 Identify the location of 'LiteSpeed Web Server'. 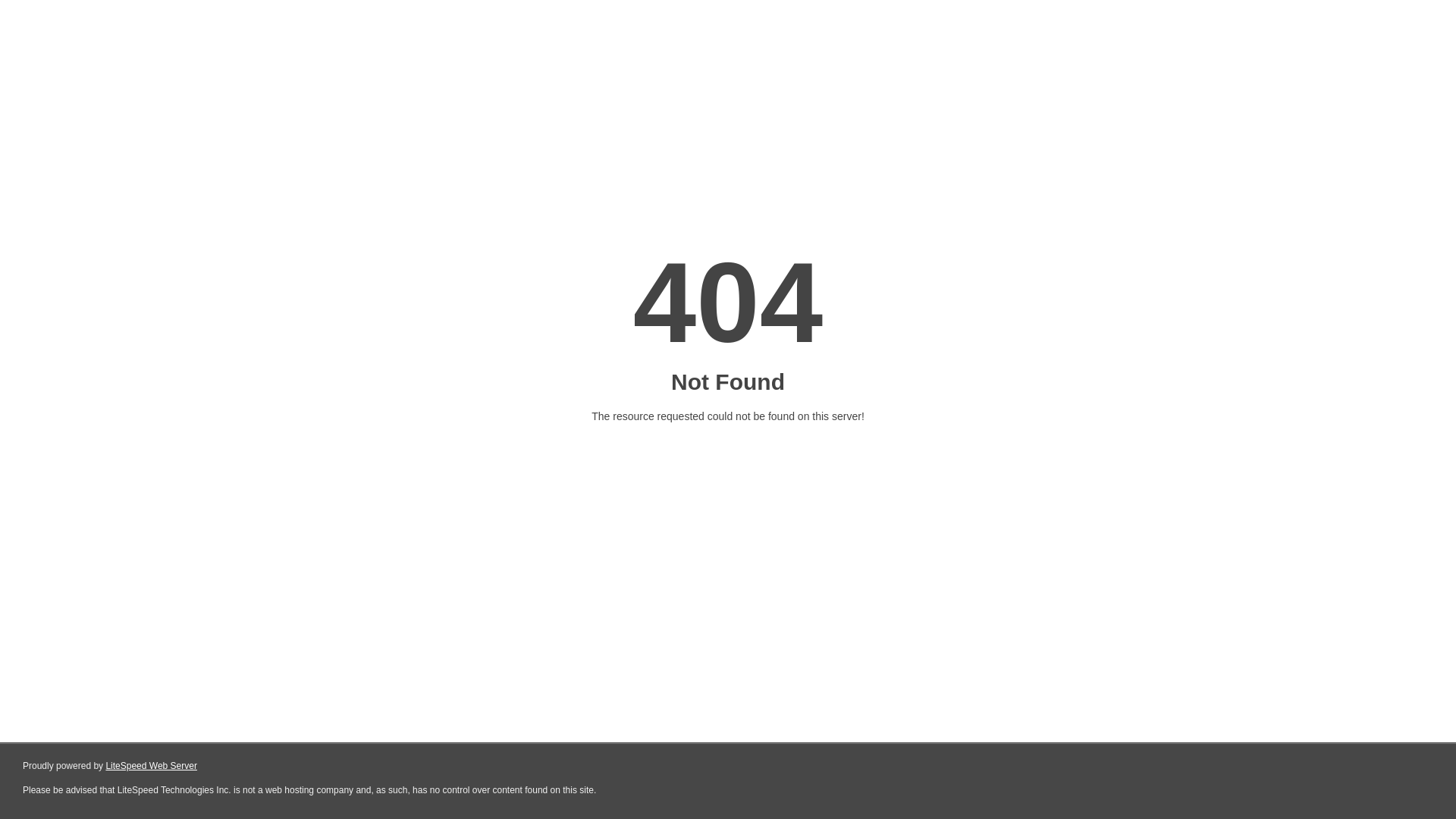
(151, 766).